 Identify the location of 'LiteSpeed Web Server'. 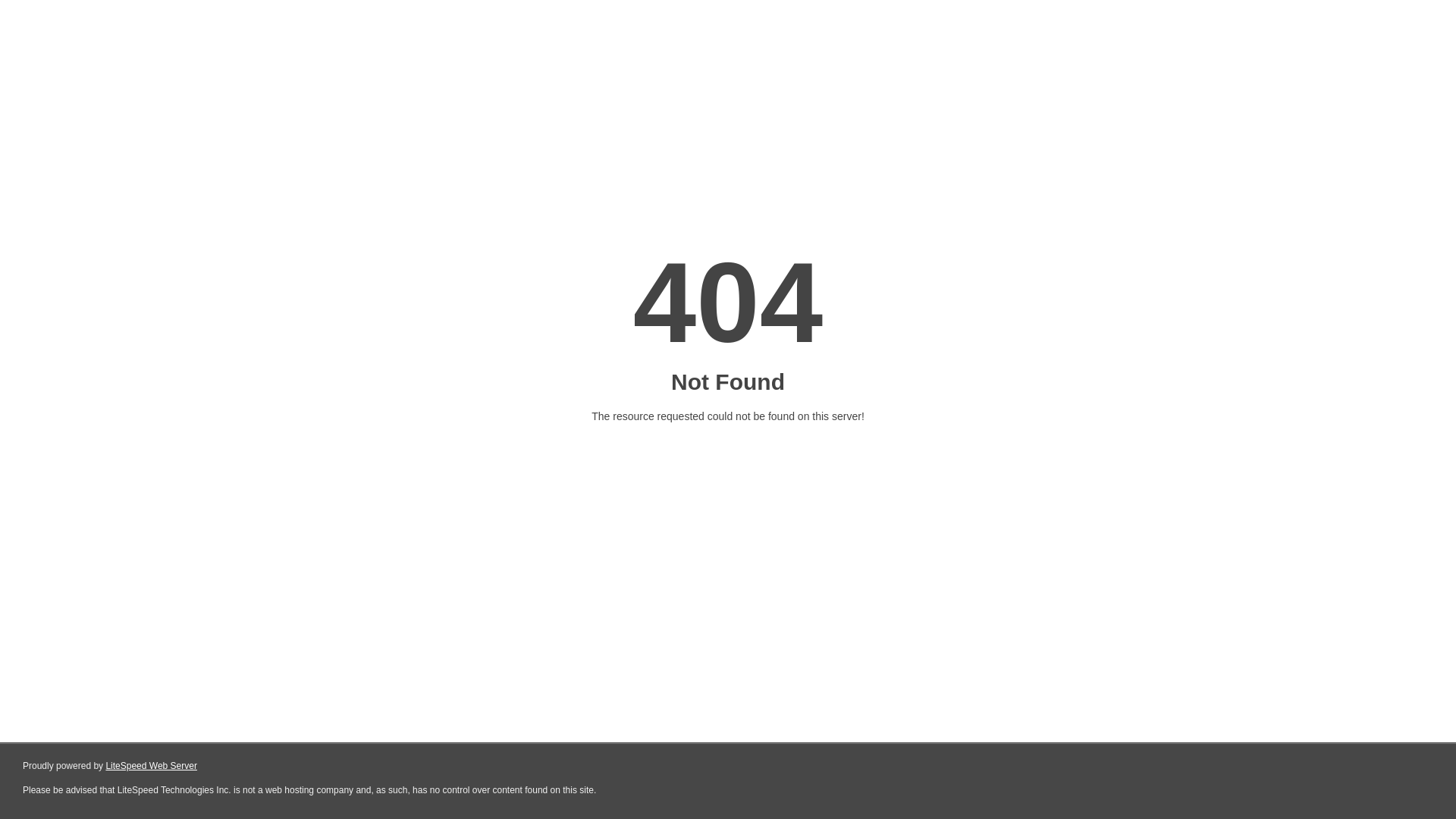
(151, 766).